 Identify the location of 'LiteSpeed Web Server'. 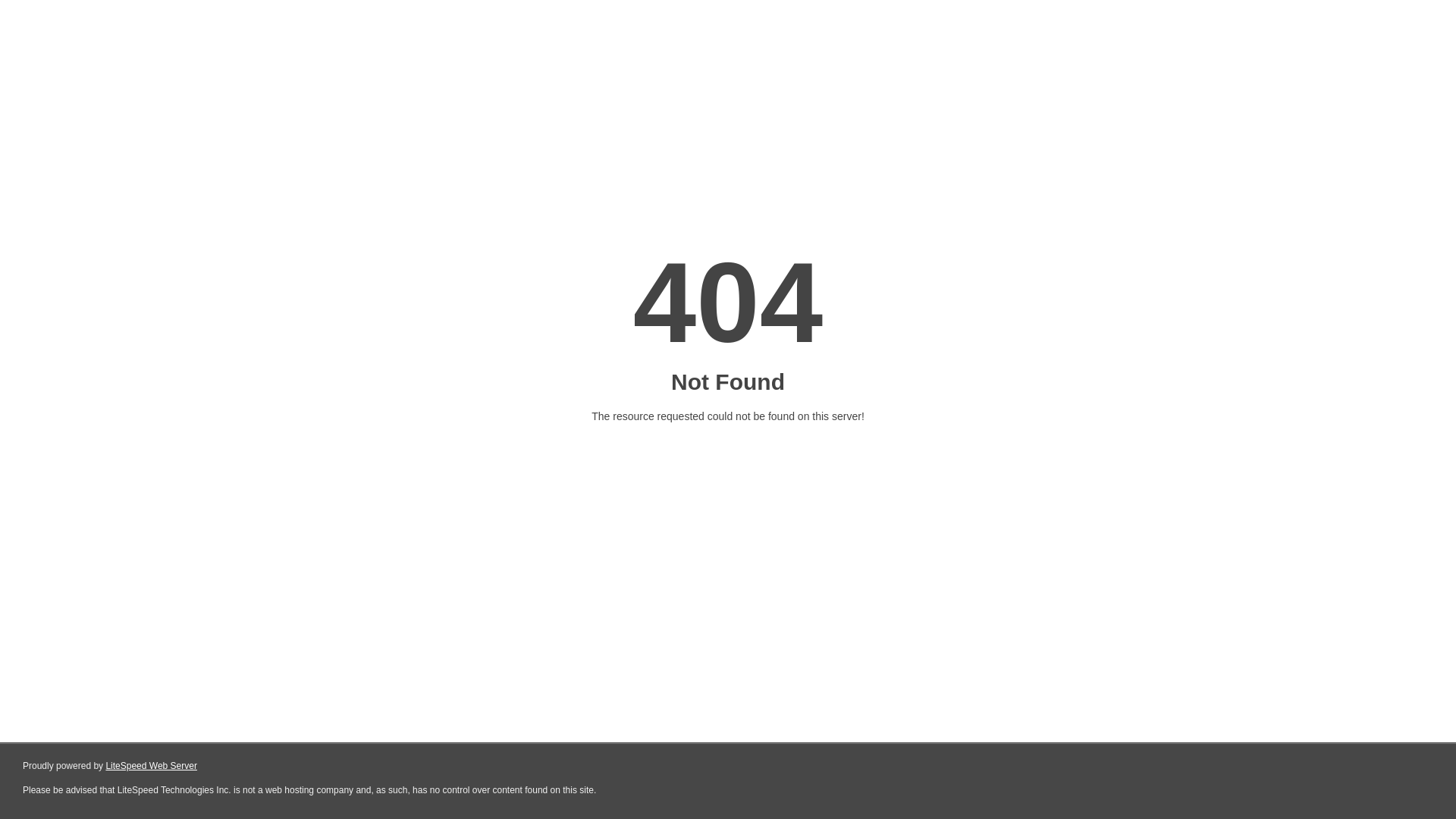
(151, 766).